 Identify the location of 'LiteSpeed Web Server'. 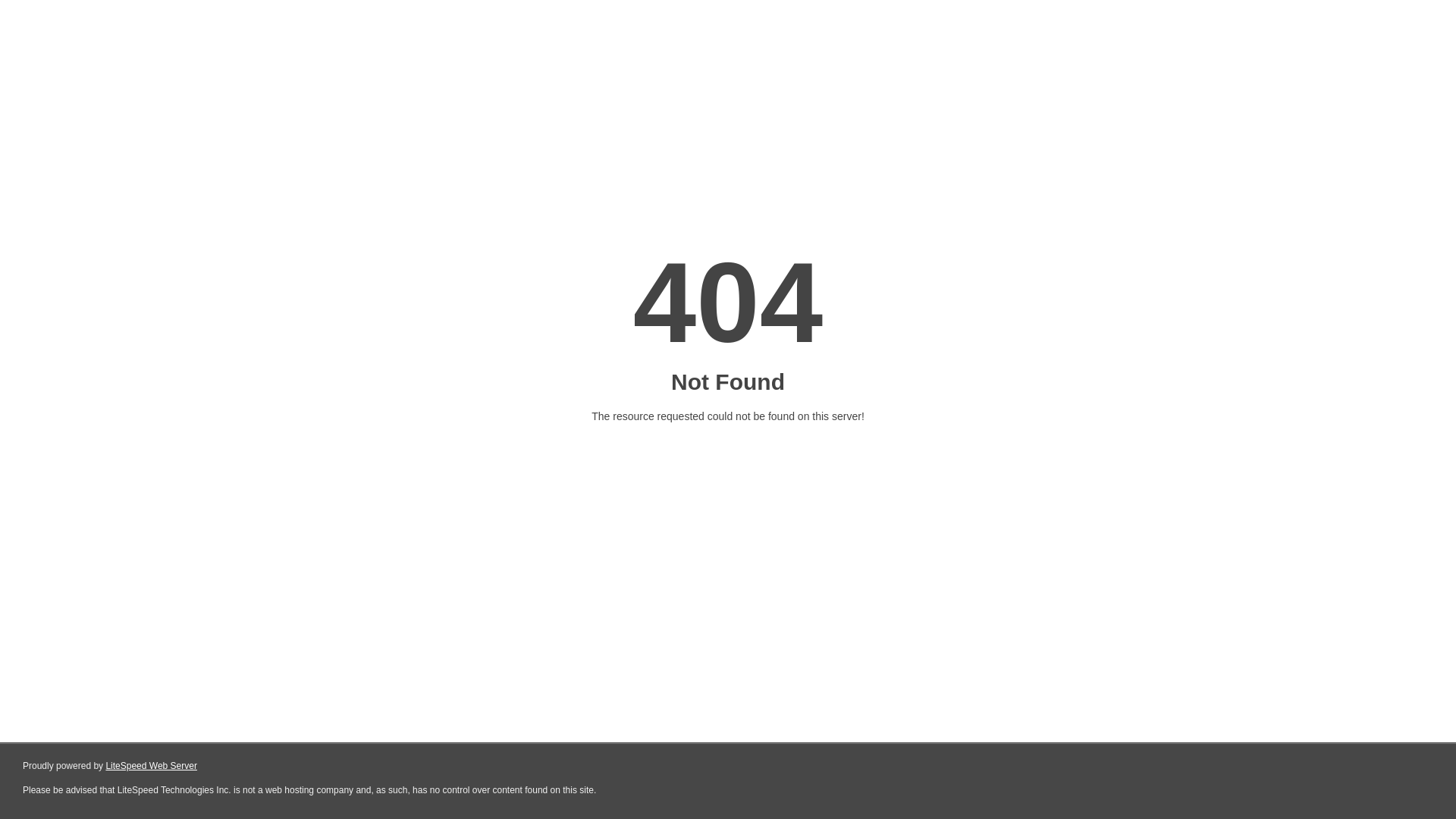
(151, 766).